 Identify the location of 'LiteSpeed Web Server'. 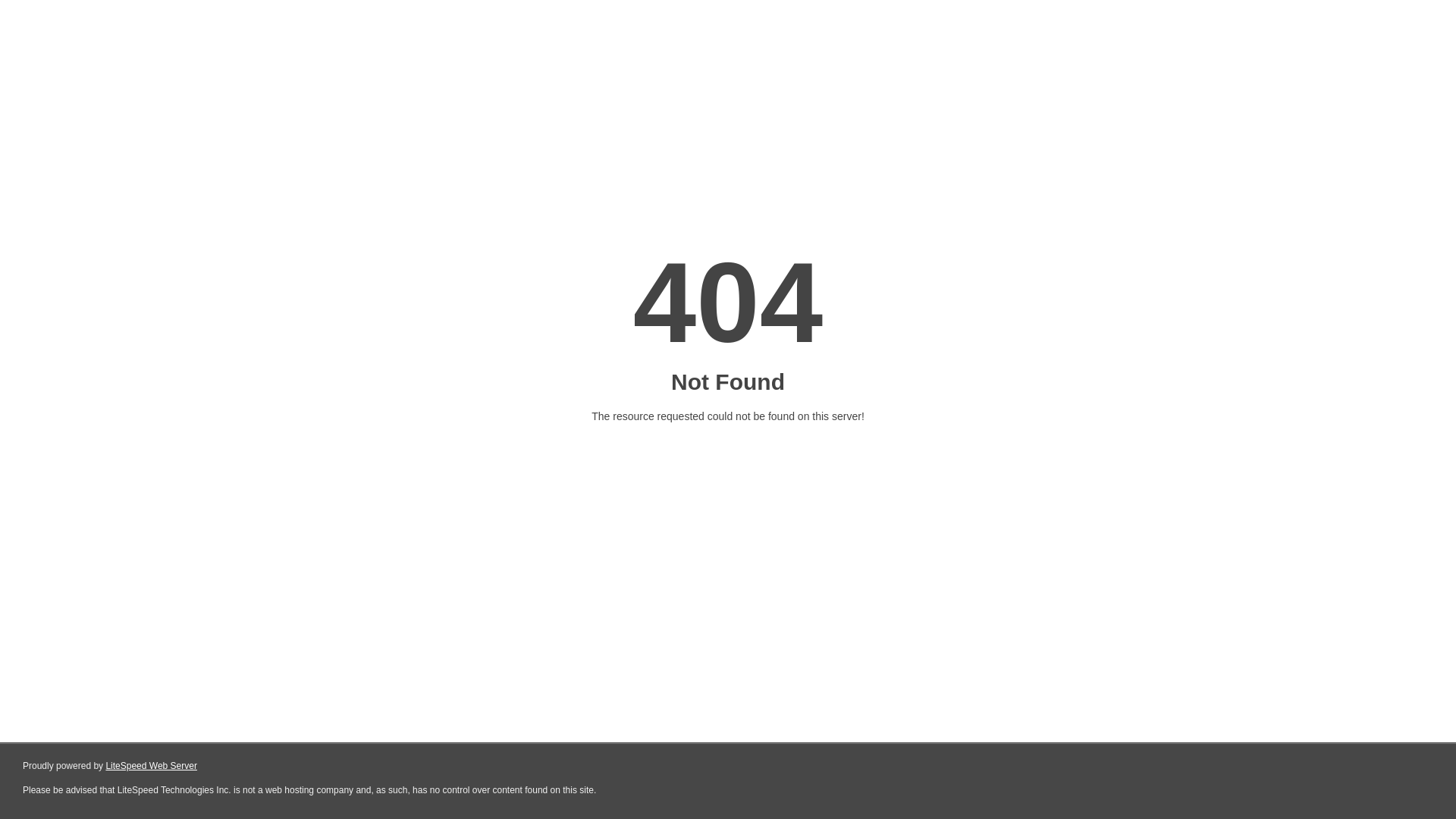
(151, 766).